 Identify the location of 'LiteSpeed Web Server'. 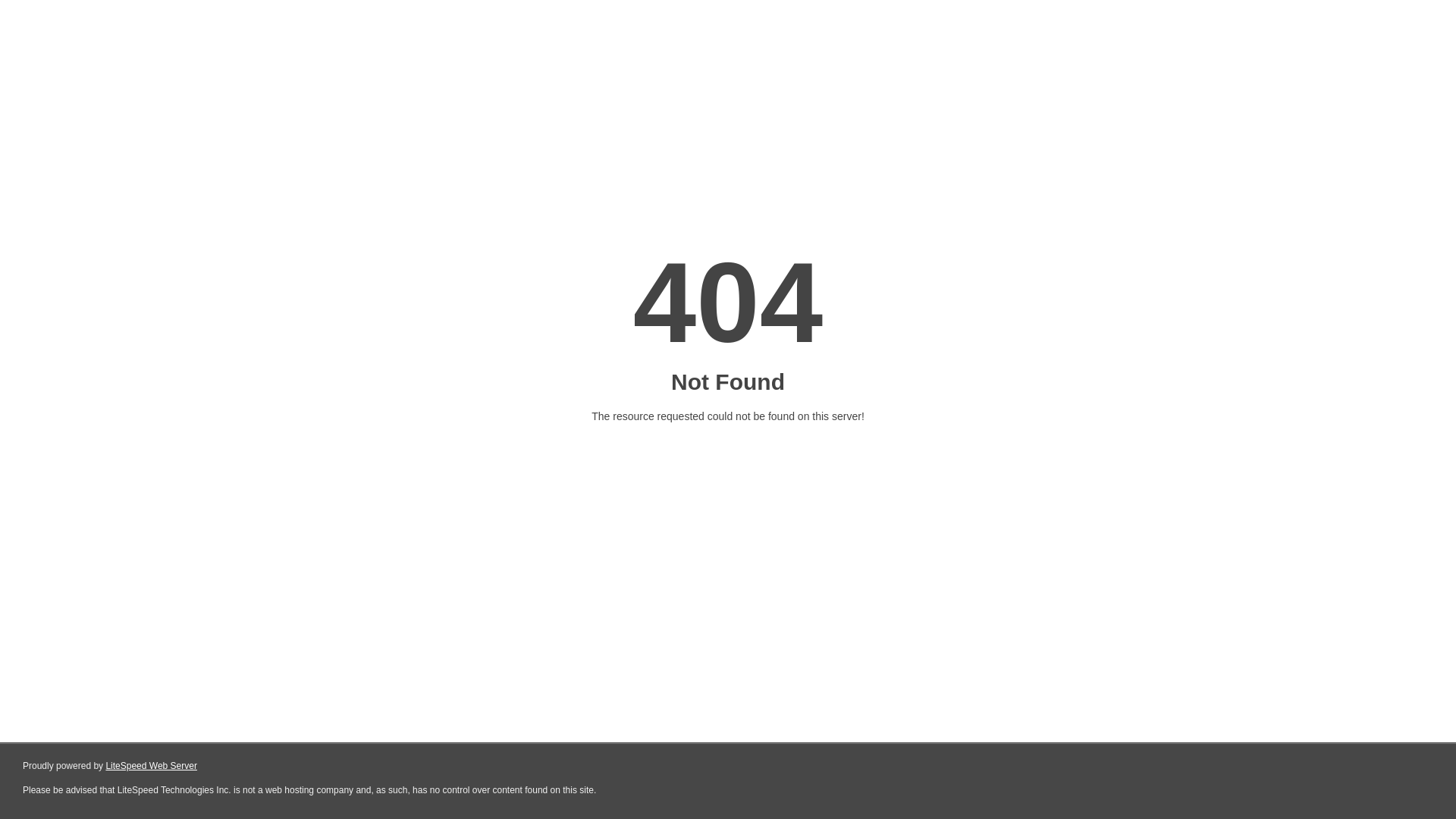
(151, 766).